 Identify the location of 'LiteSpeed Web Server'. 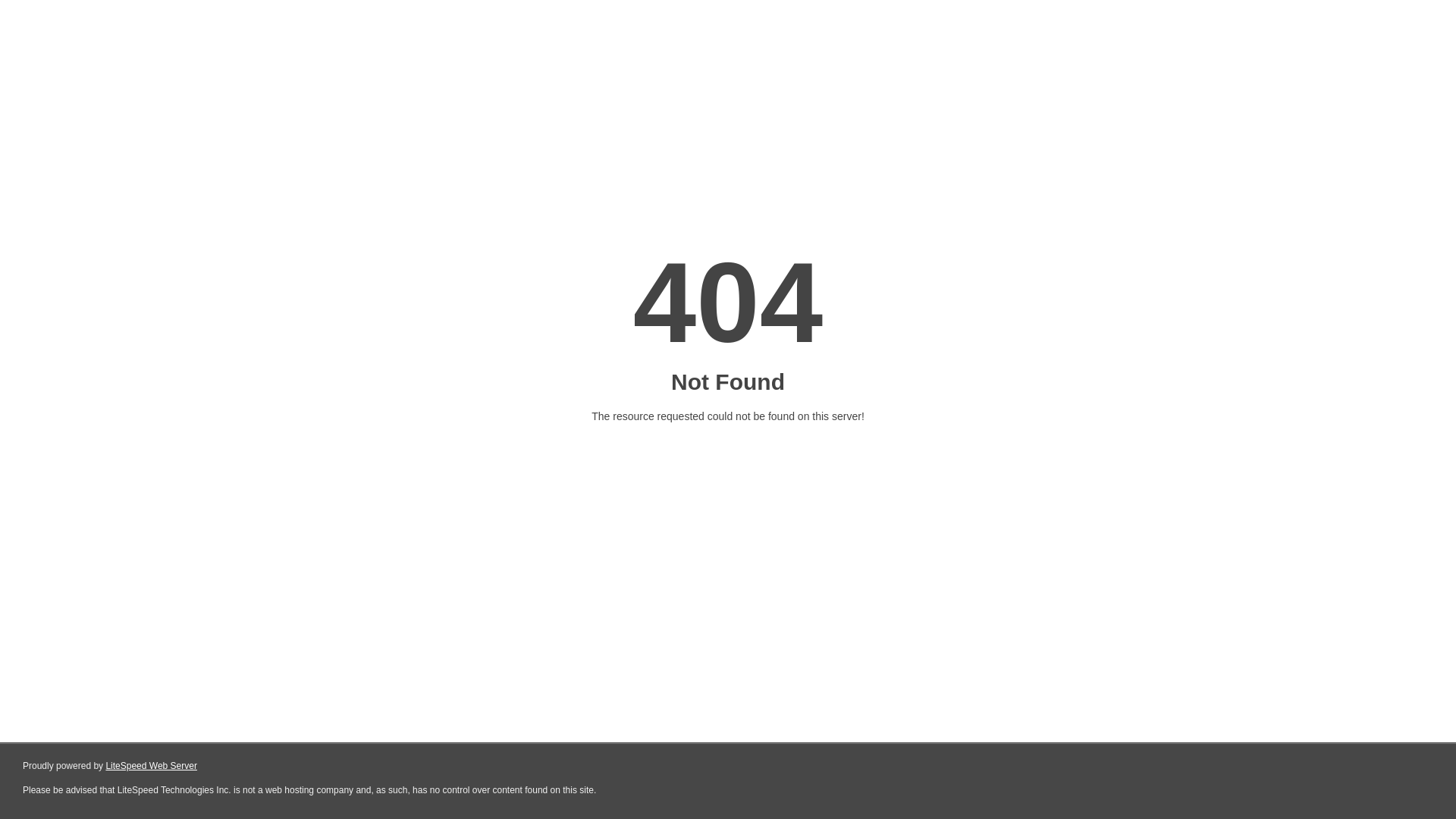
(151, 766).